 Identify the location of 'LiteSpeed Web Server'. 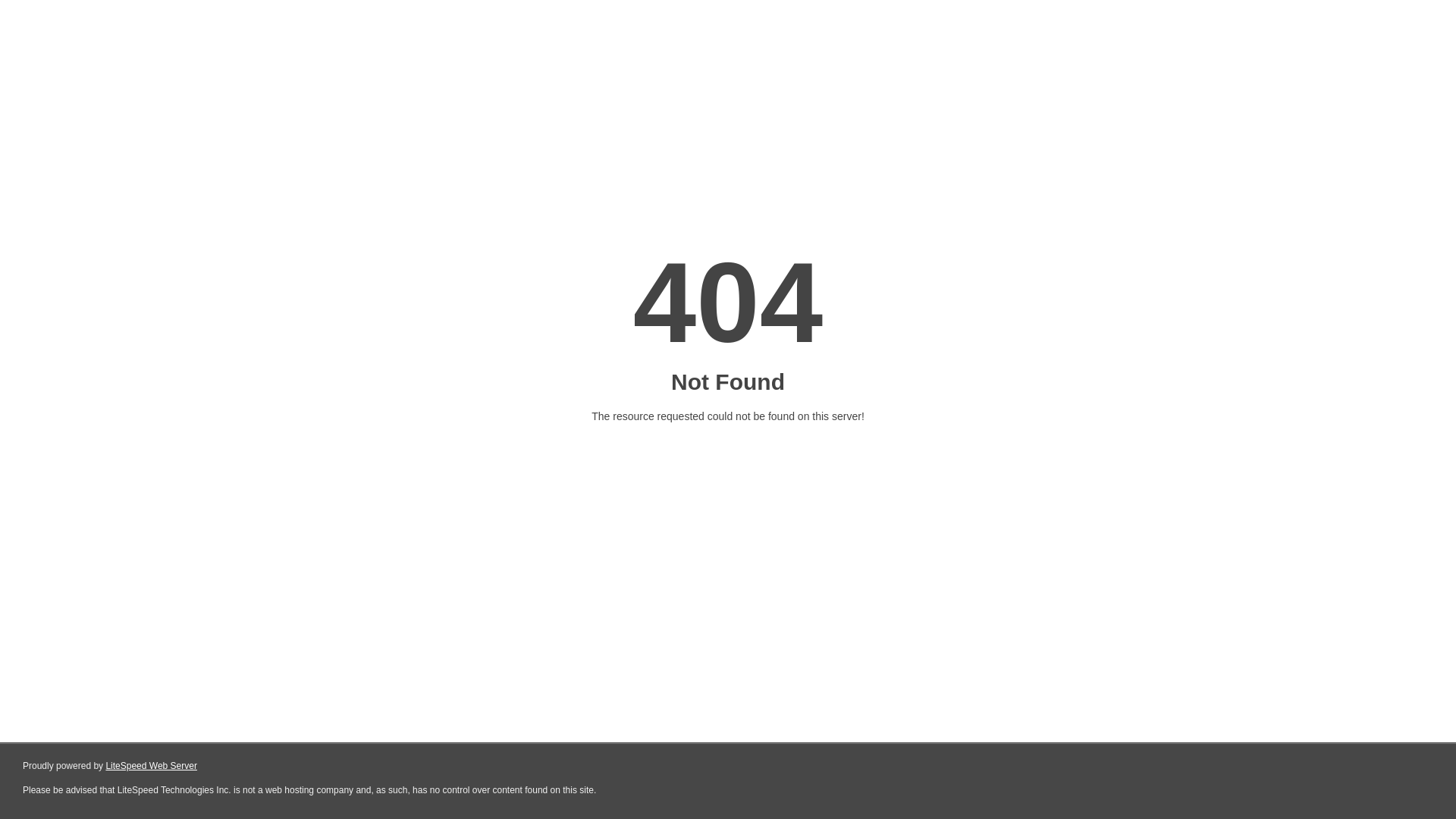
(151, 766).